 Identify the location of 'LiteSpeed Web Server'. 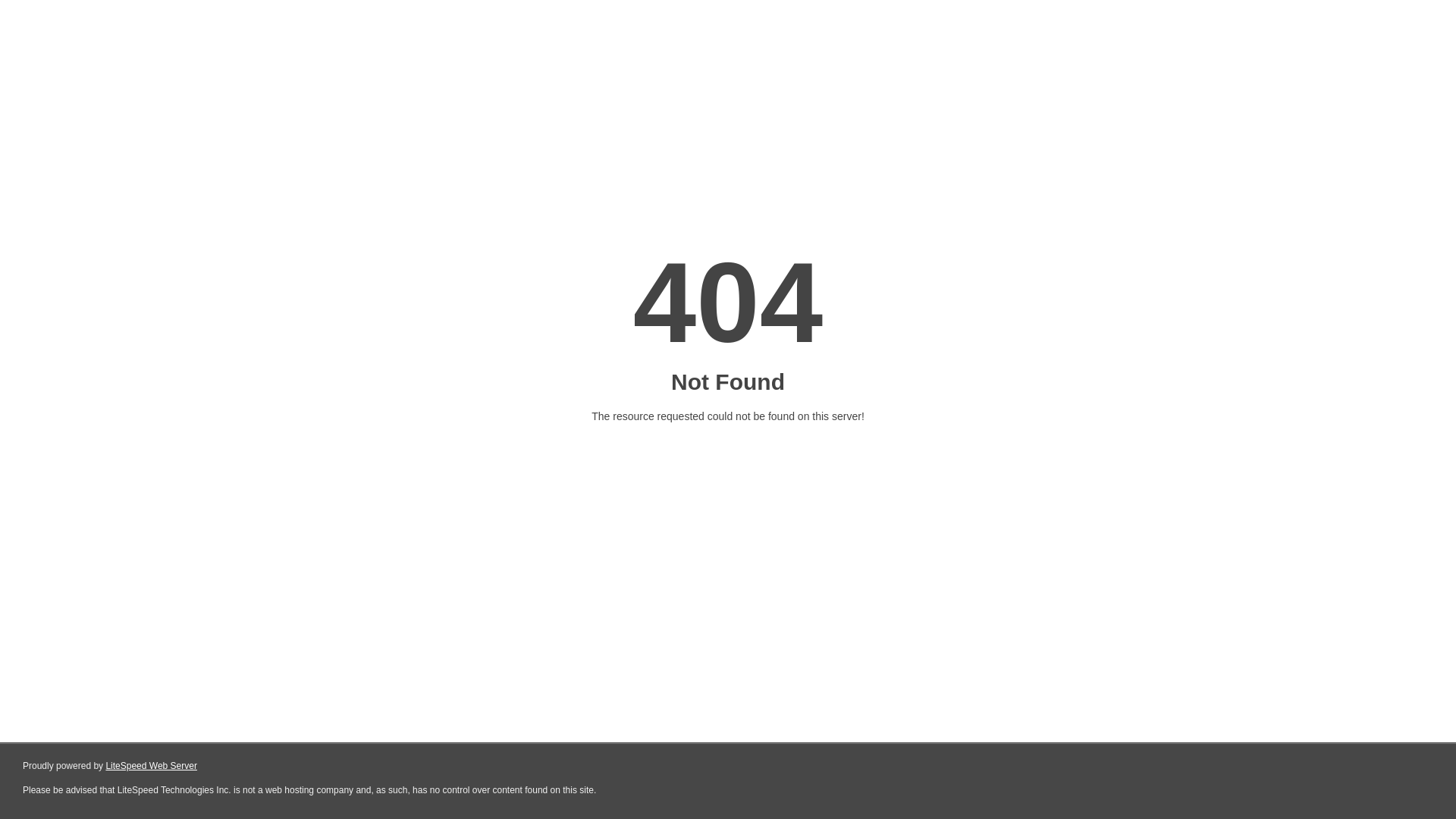
(151, 766).